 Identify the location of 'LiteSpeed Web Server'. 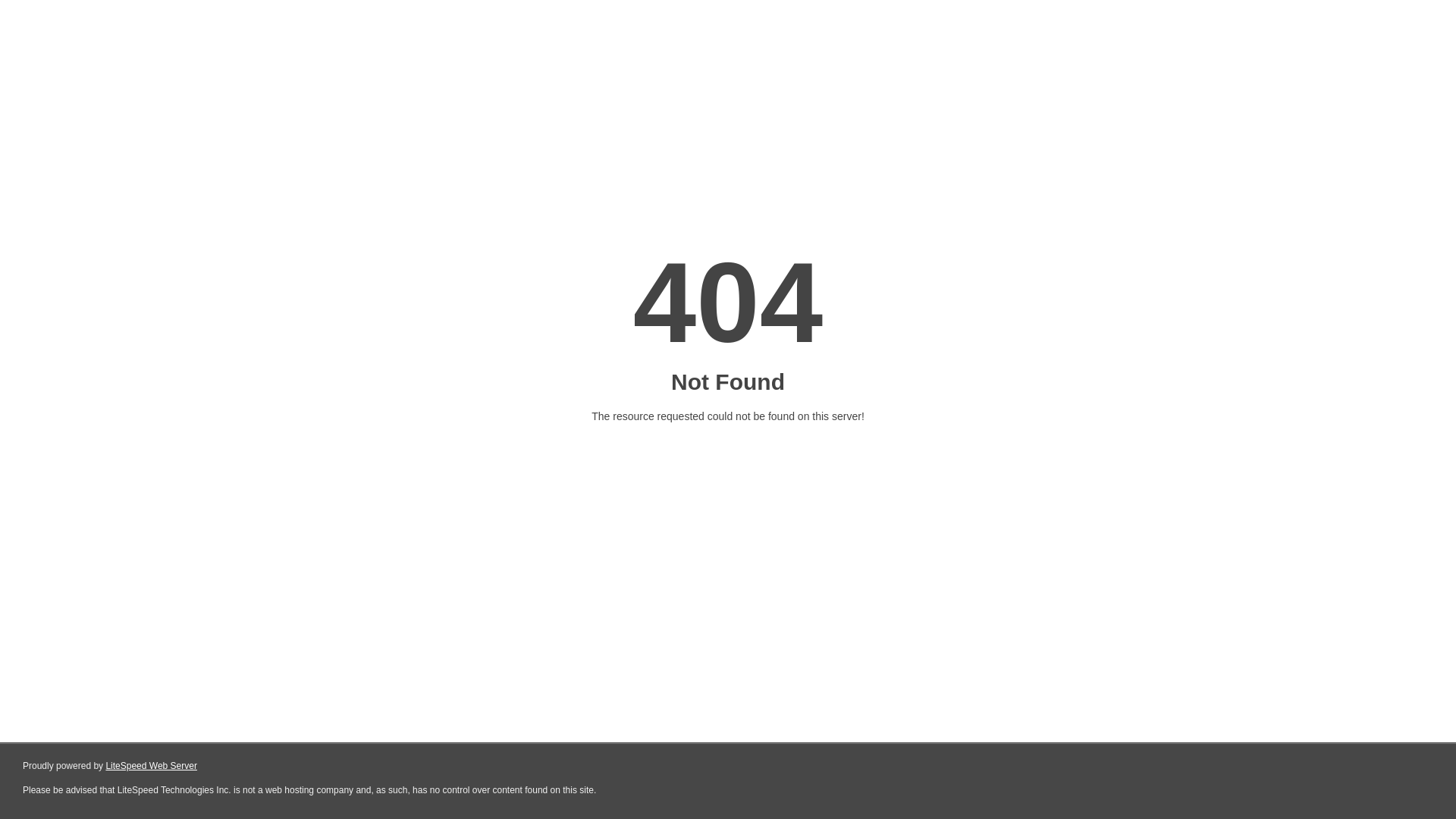
(151, 766).